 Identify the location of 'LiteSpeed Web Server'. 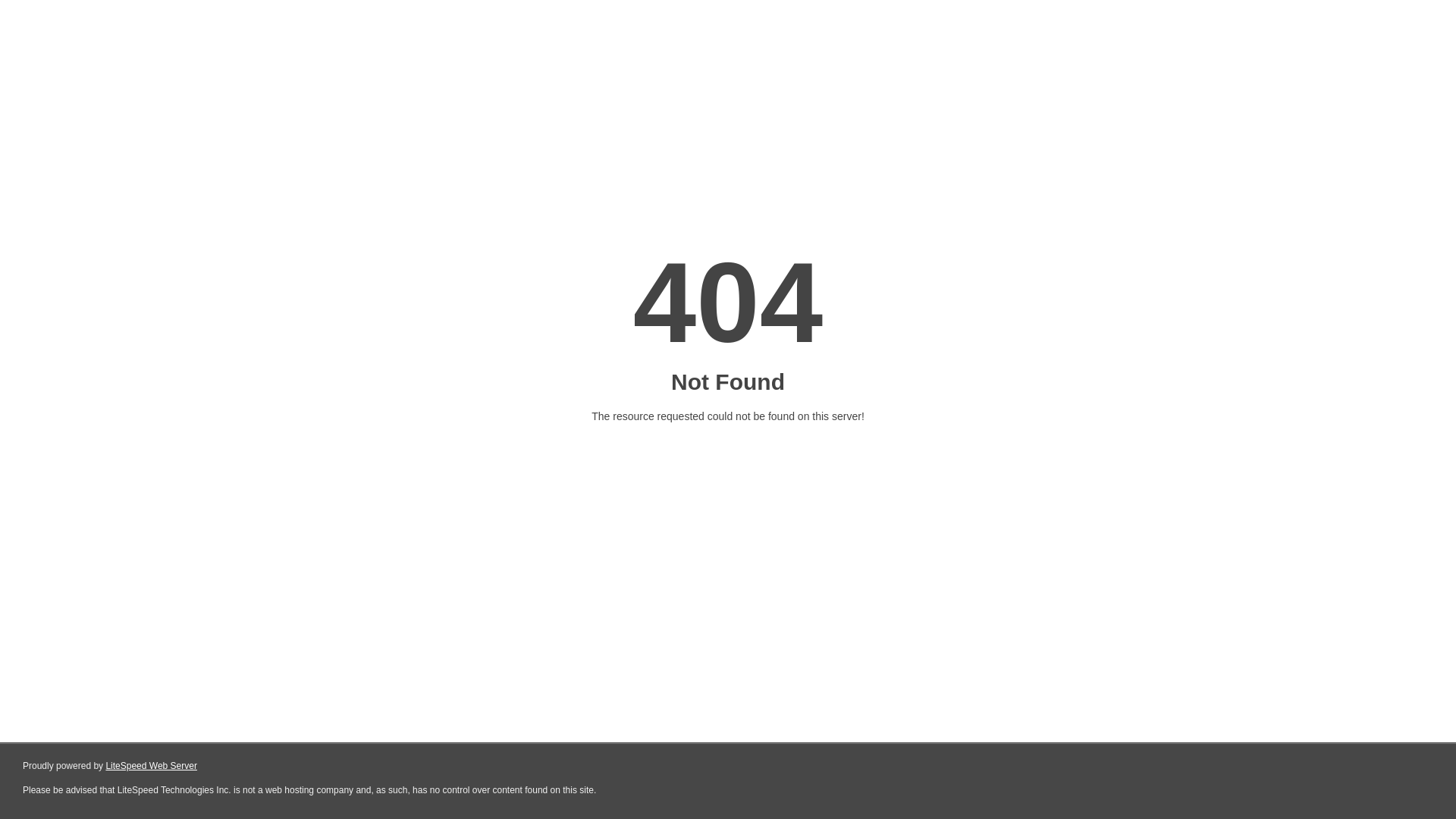
(151, 766).